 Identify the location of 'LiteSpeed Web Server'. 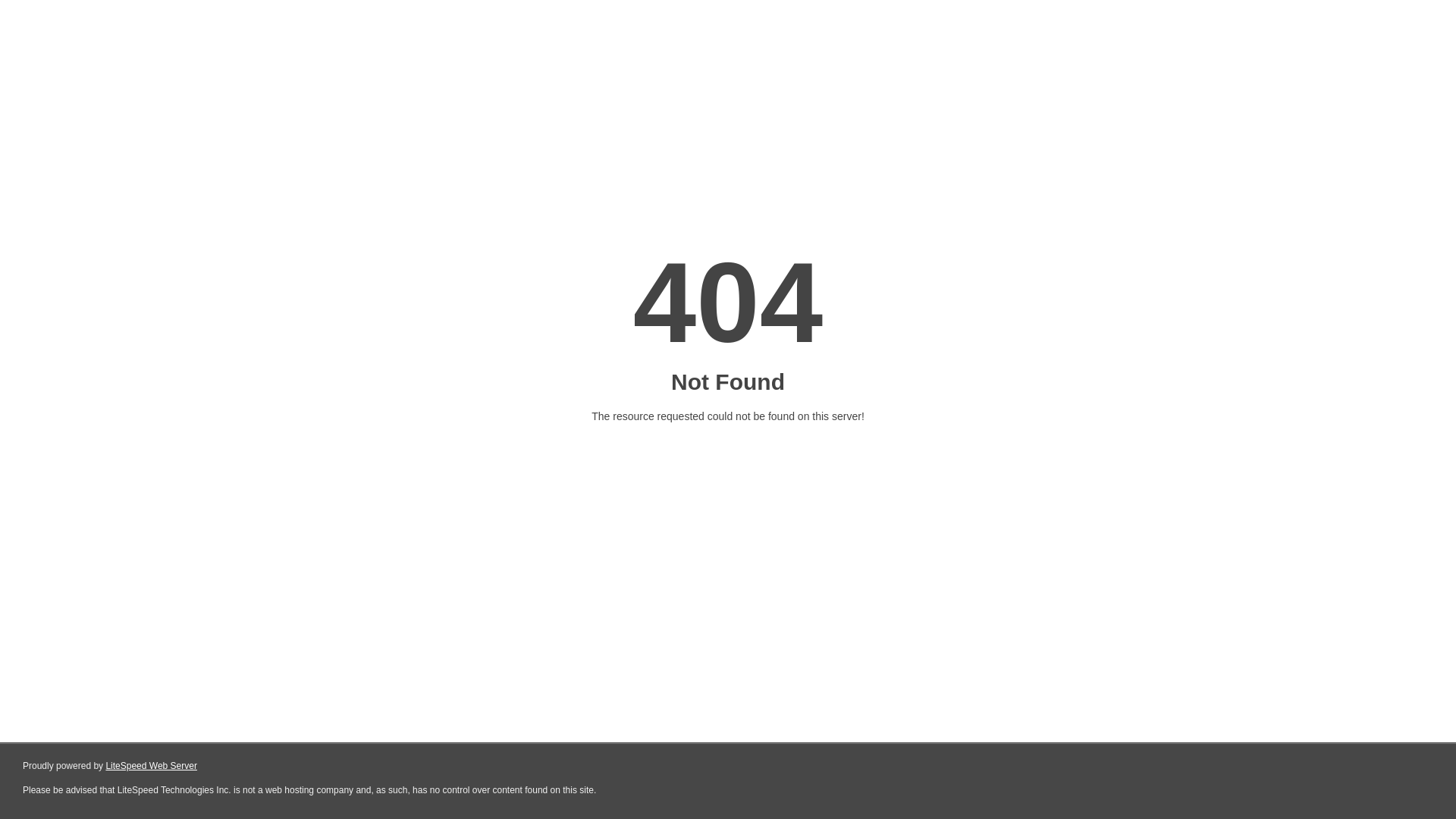
(151, 766).